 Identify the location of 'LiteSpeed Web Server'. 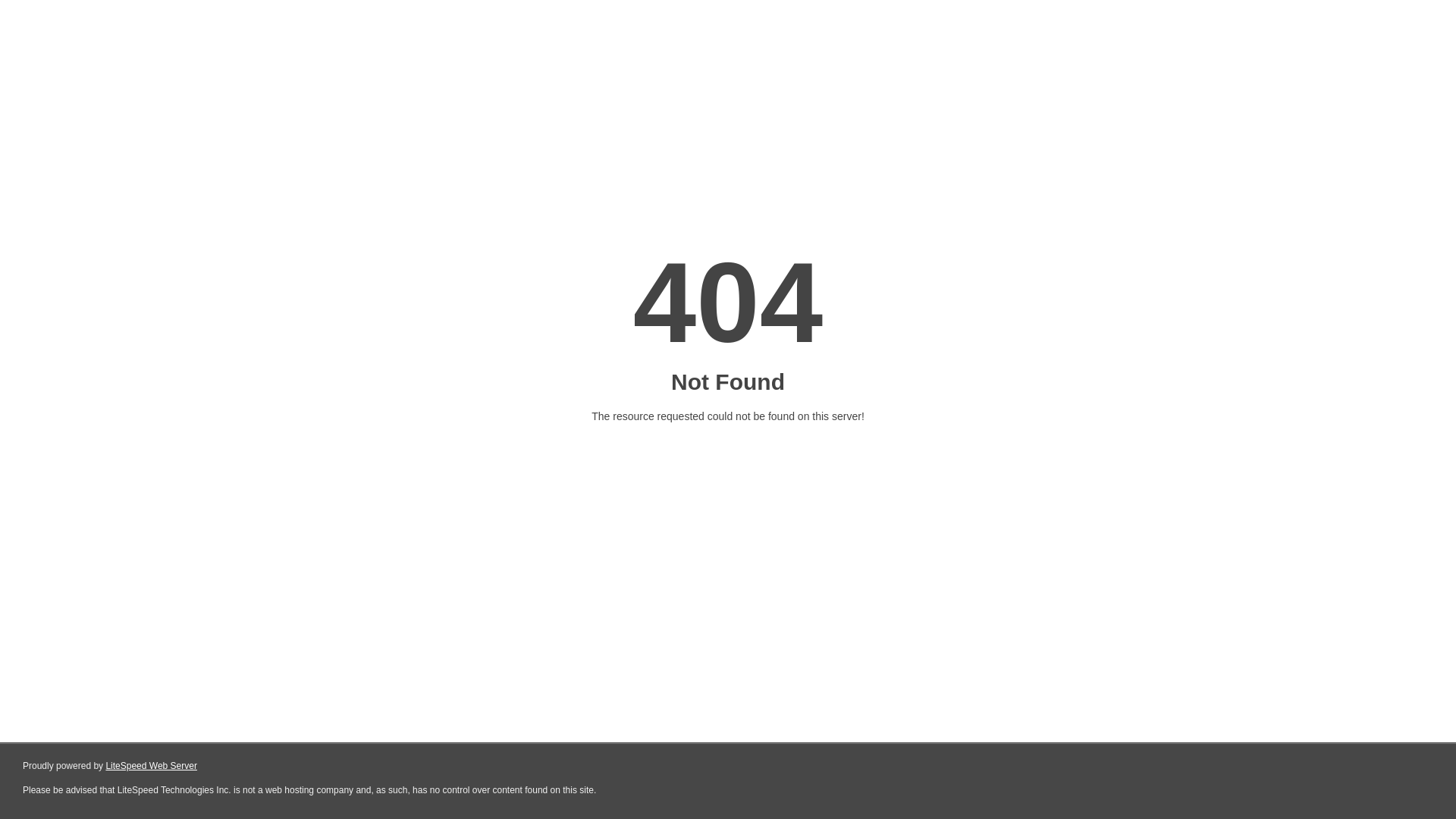
(151, 766).